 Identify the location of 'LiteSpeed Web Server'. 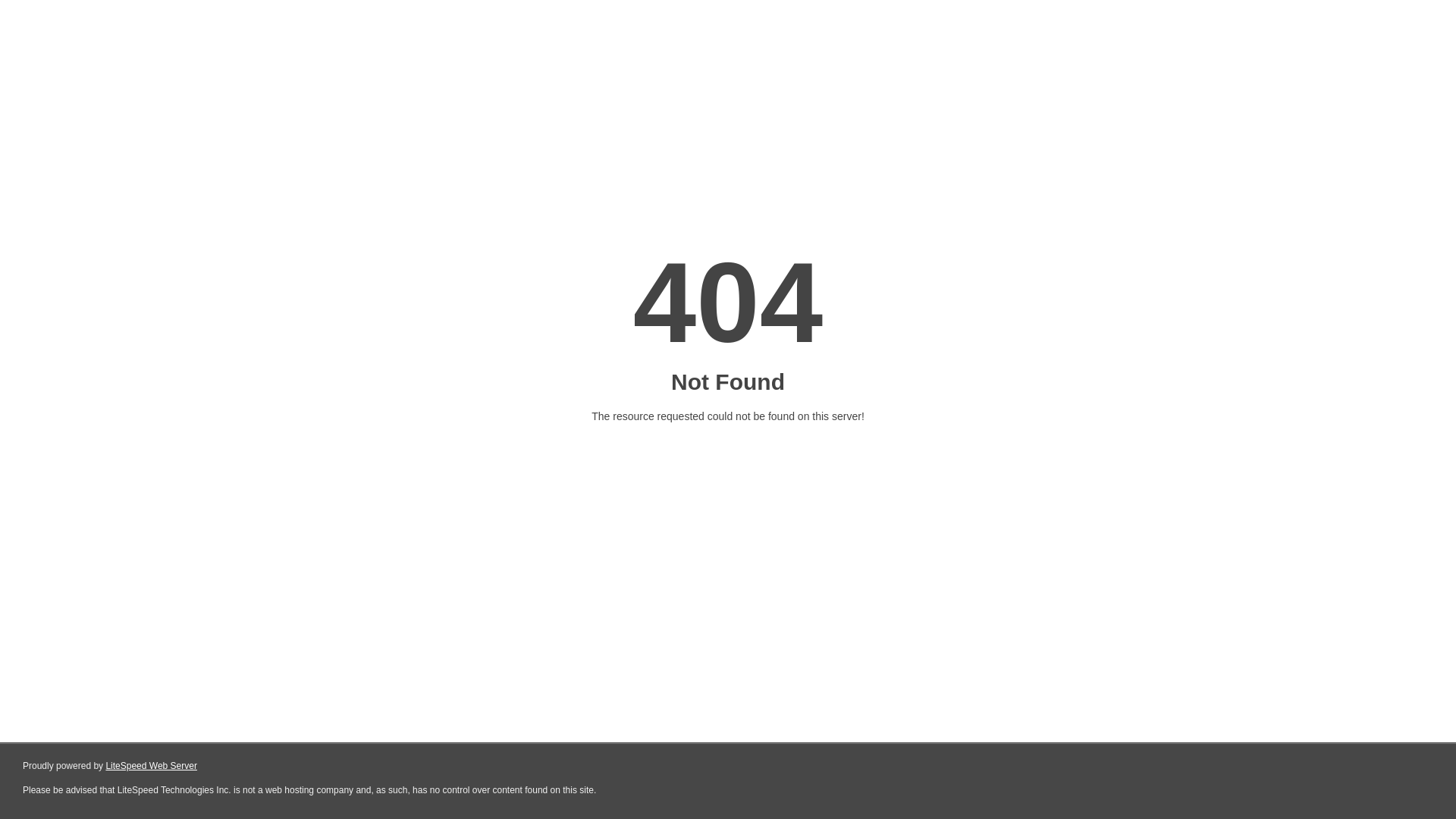
(151, 766).